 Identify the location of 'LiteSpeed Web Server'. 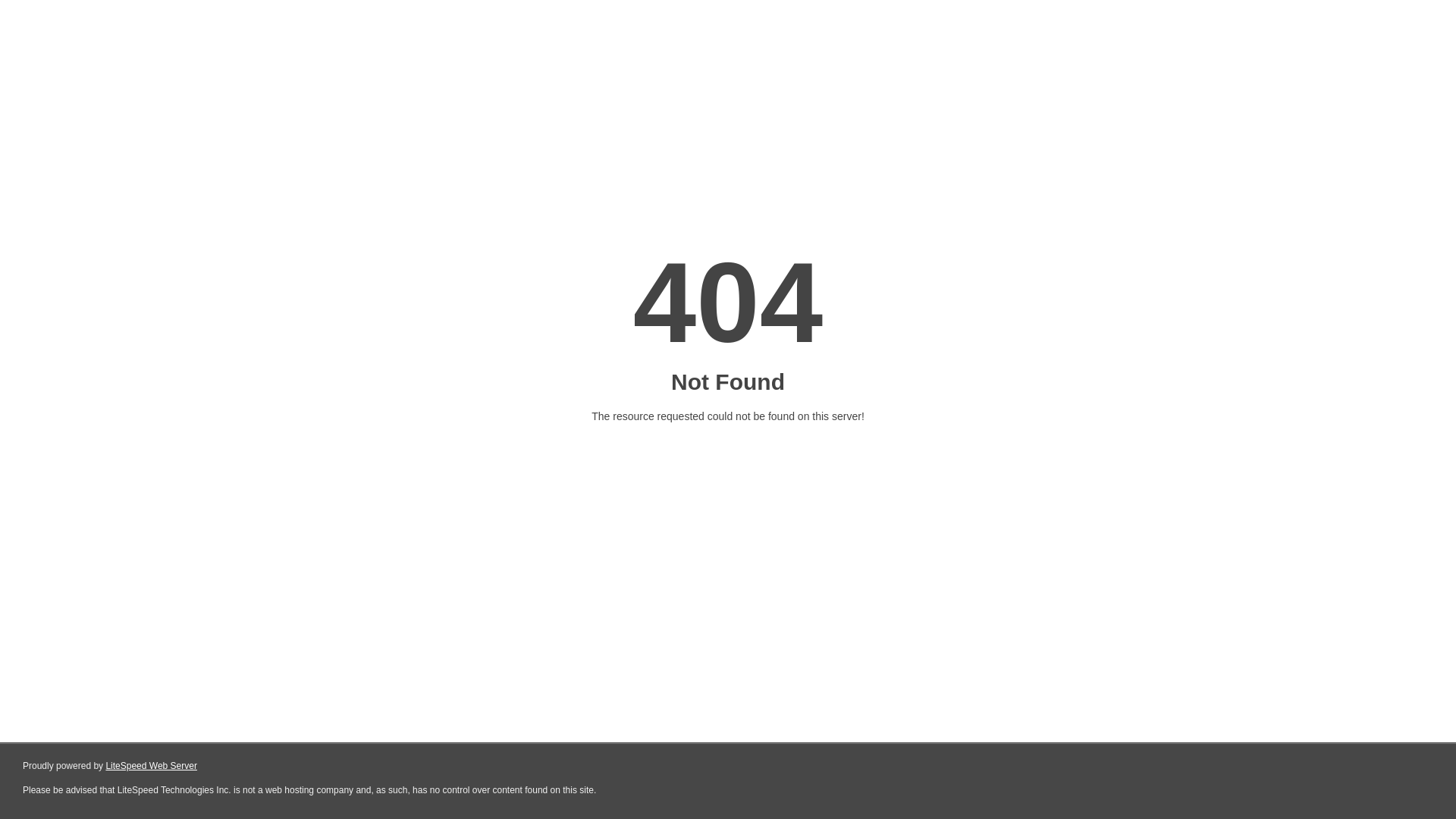
(151, 766).